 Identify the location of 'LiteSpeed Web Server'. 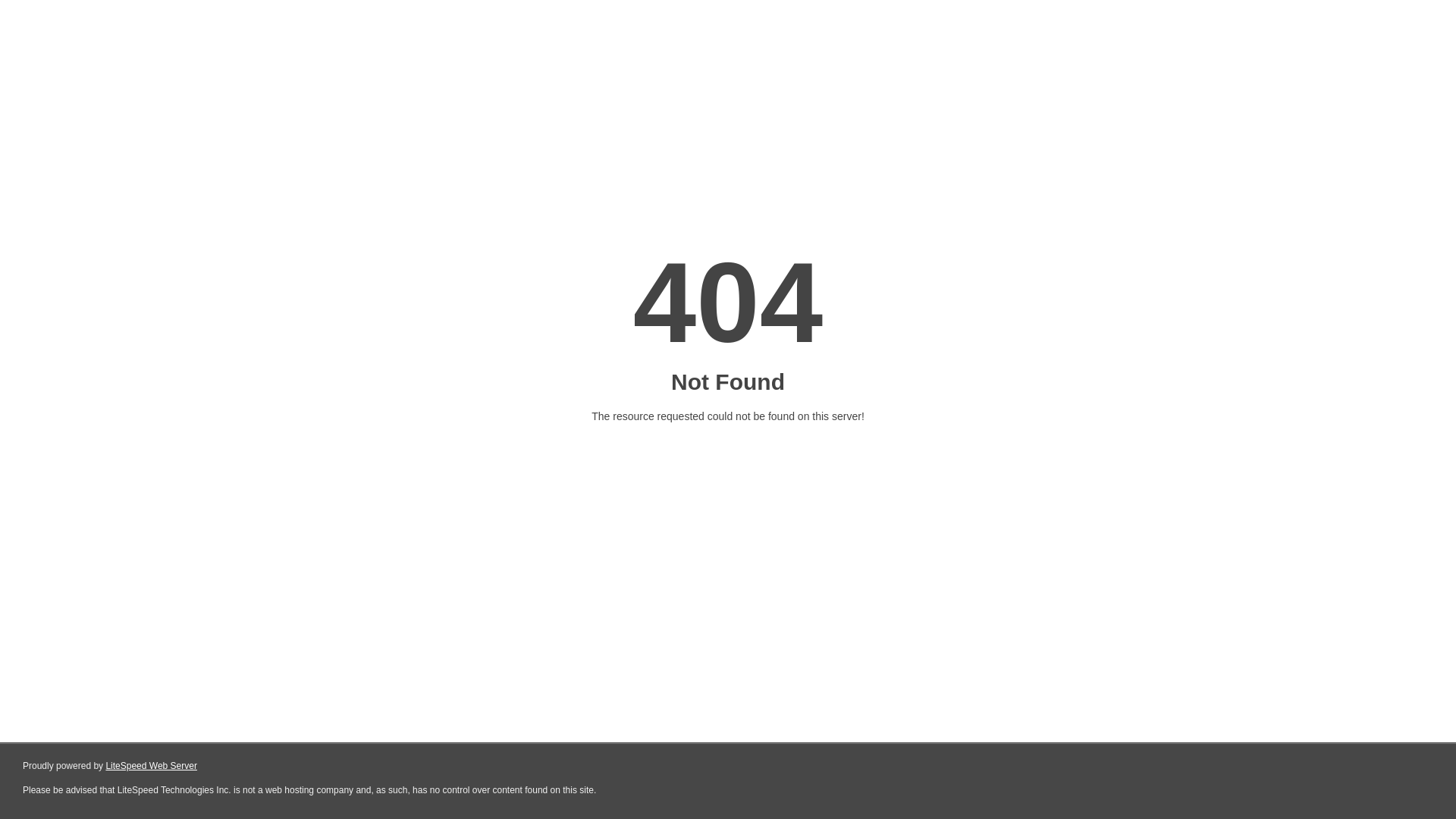
(151, 766).